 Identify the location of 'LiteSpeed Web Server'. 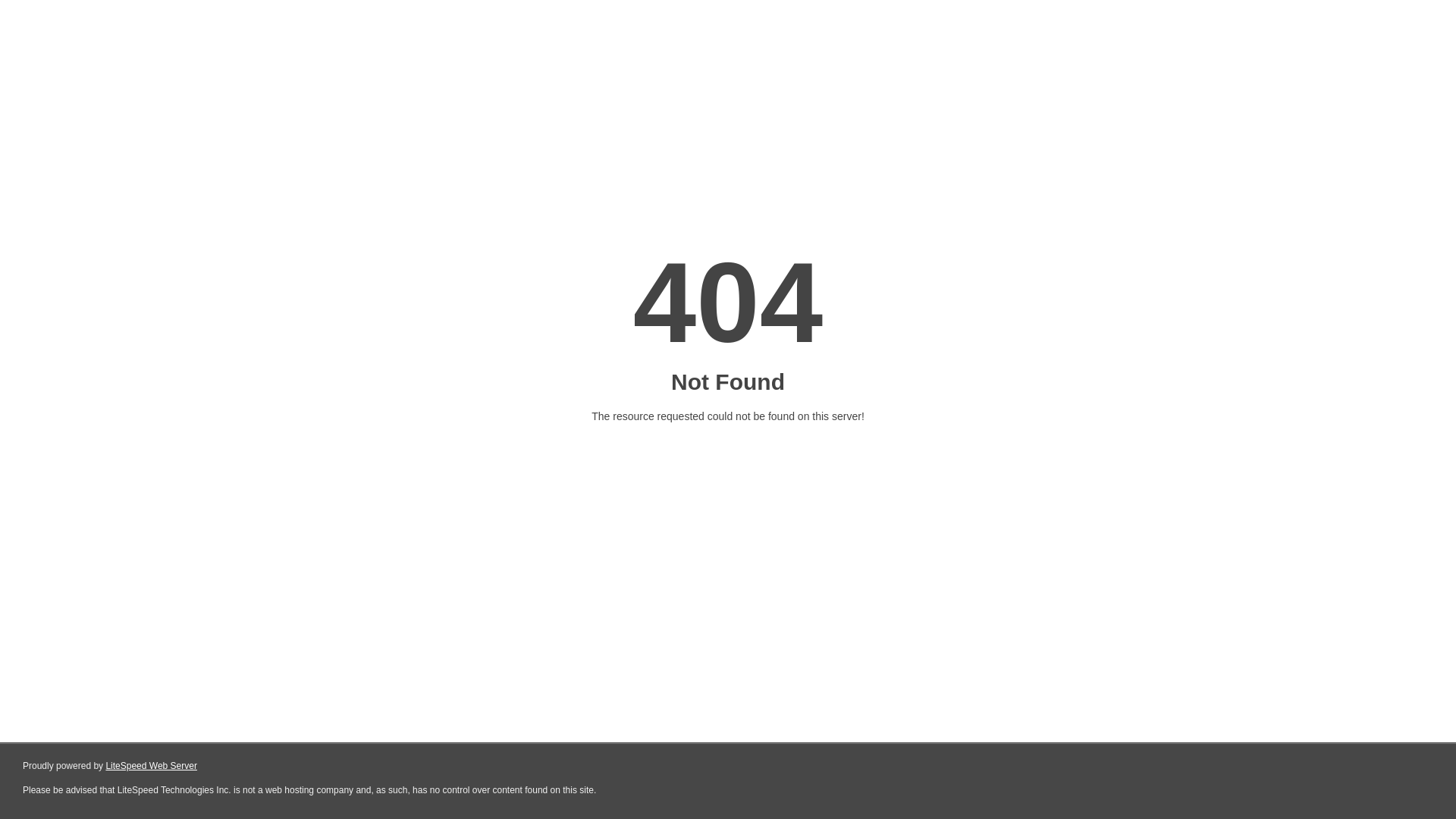
(151, 766).